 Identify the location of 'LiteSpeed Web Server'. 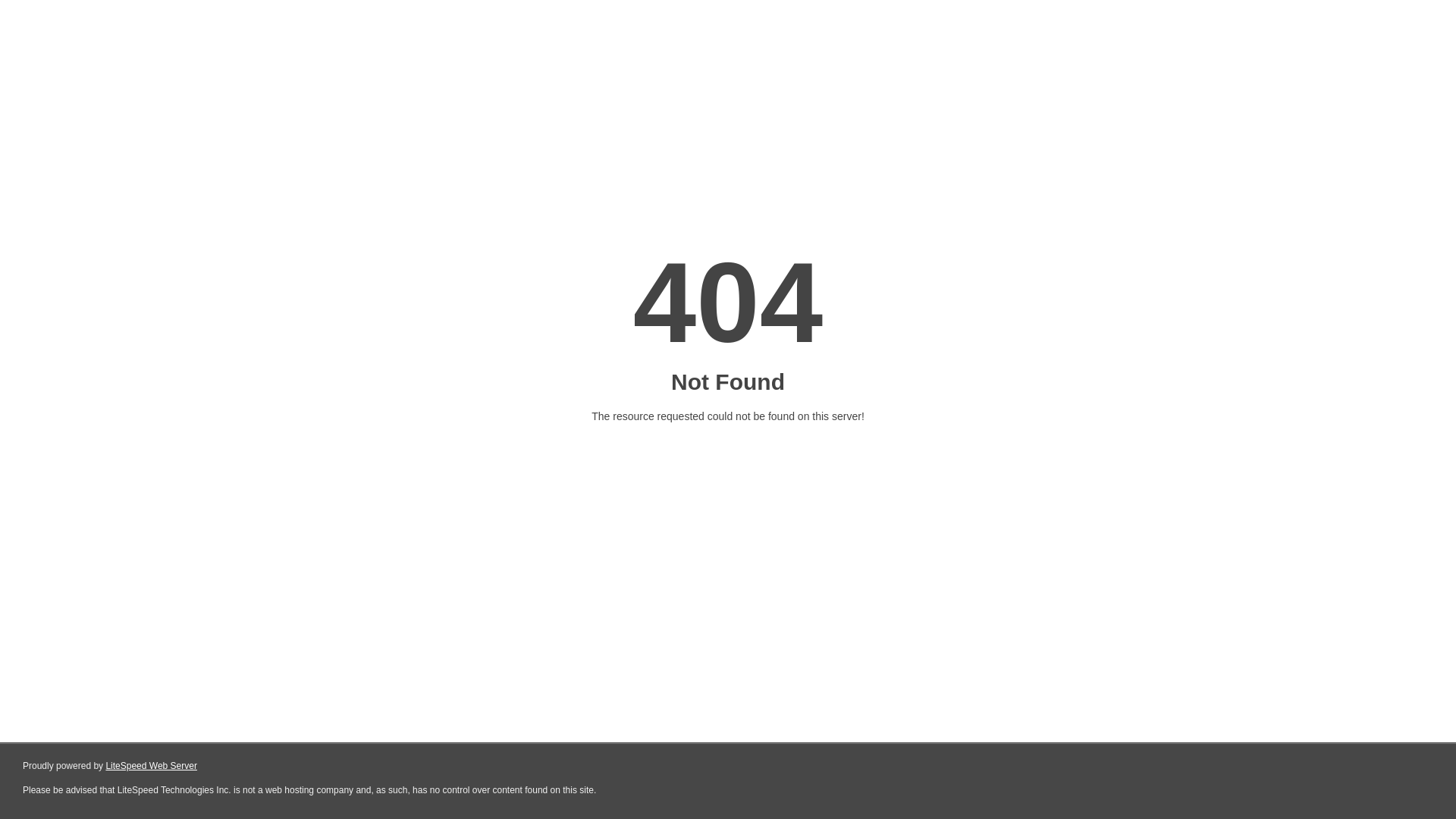
(151, 766).